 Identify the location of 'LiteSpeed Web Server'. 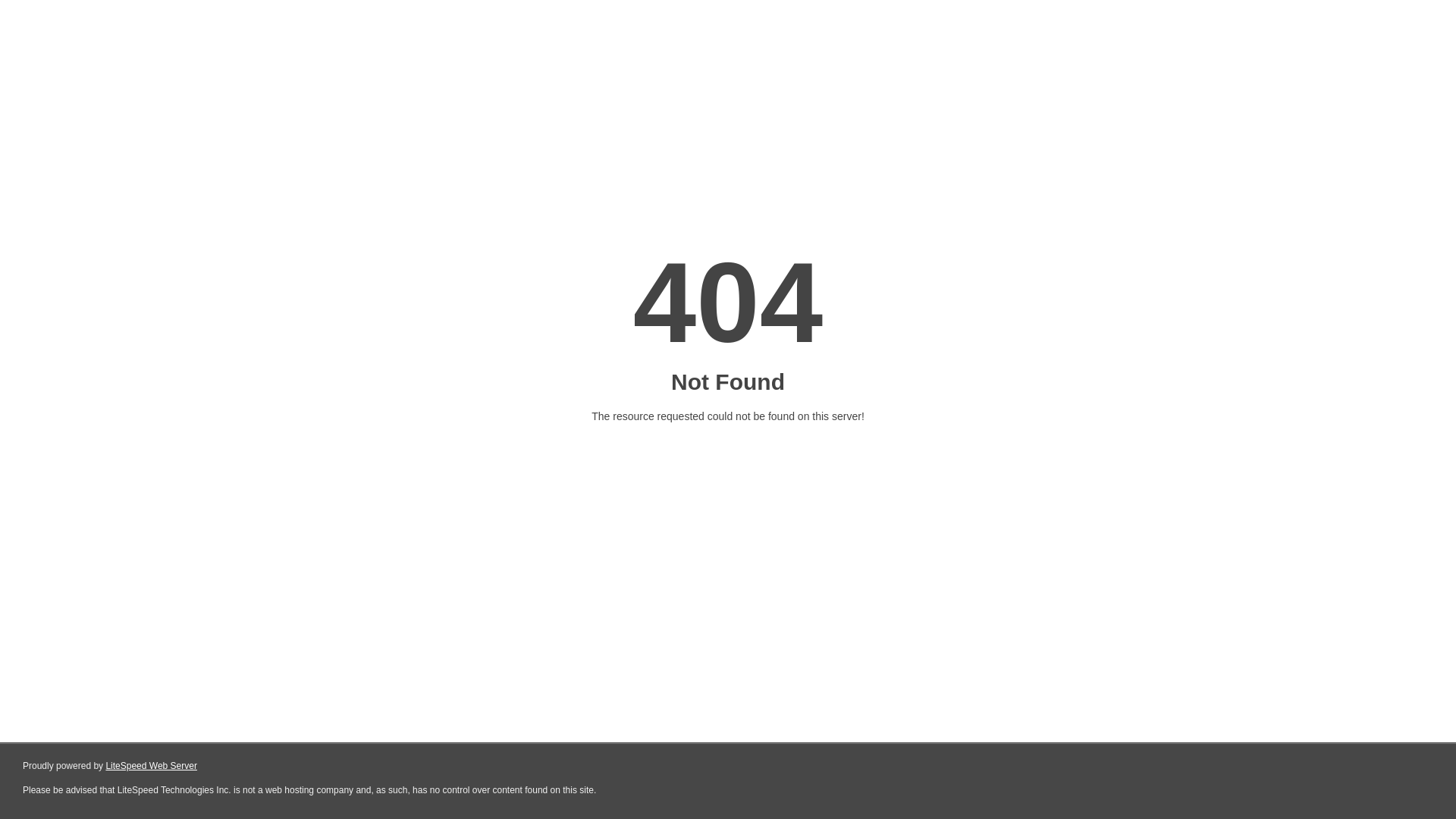
(151, 766).